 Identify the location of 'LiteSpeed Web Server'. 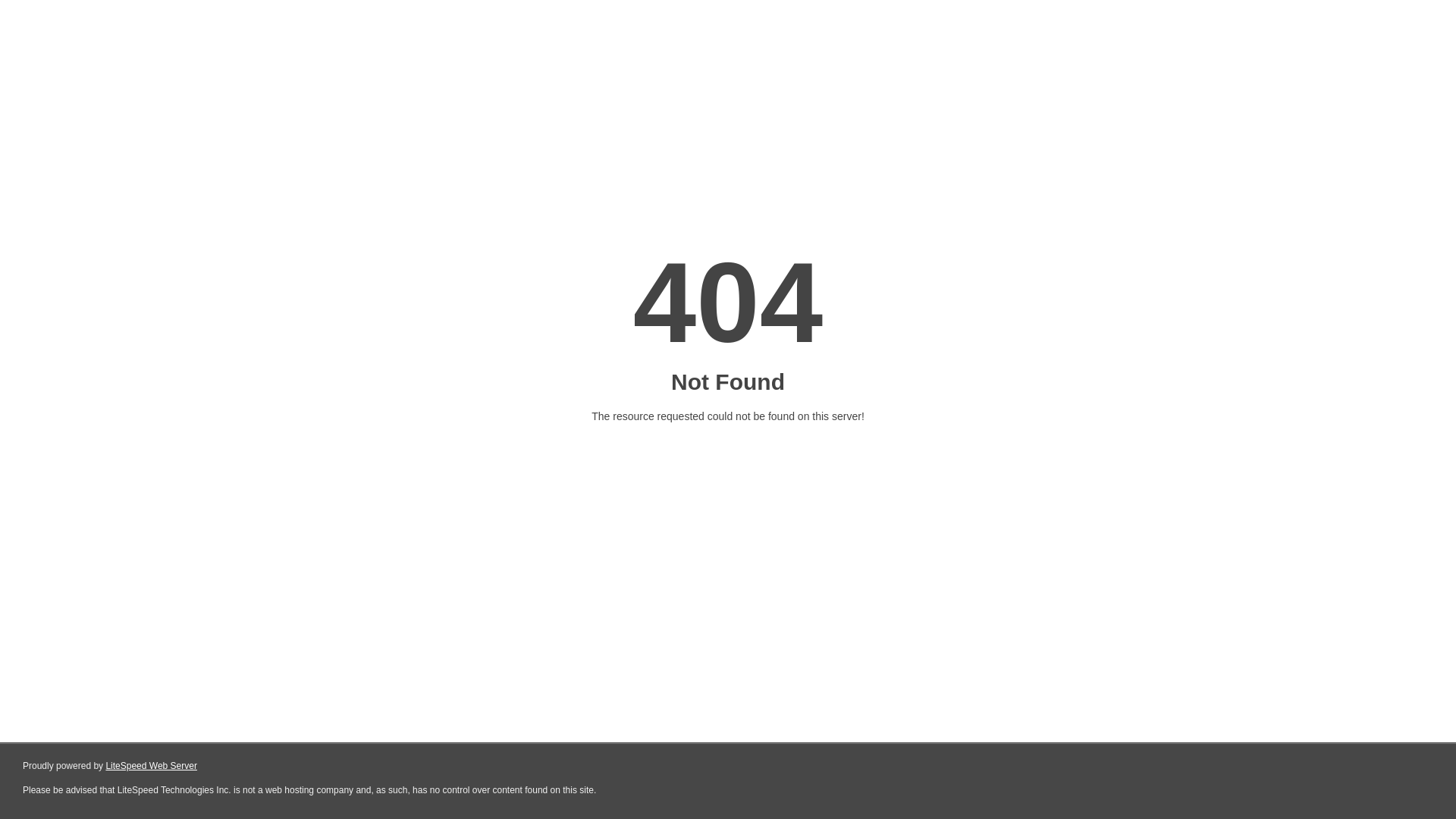
(151, 766).